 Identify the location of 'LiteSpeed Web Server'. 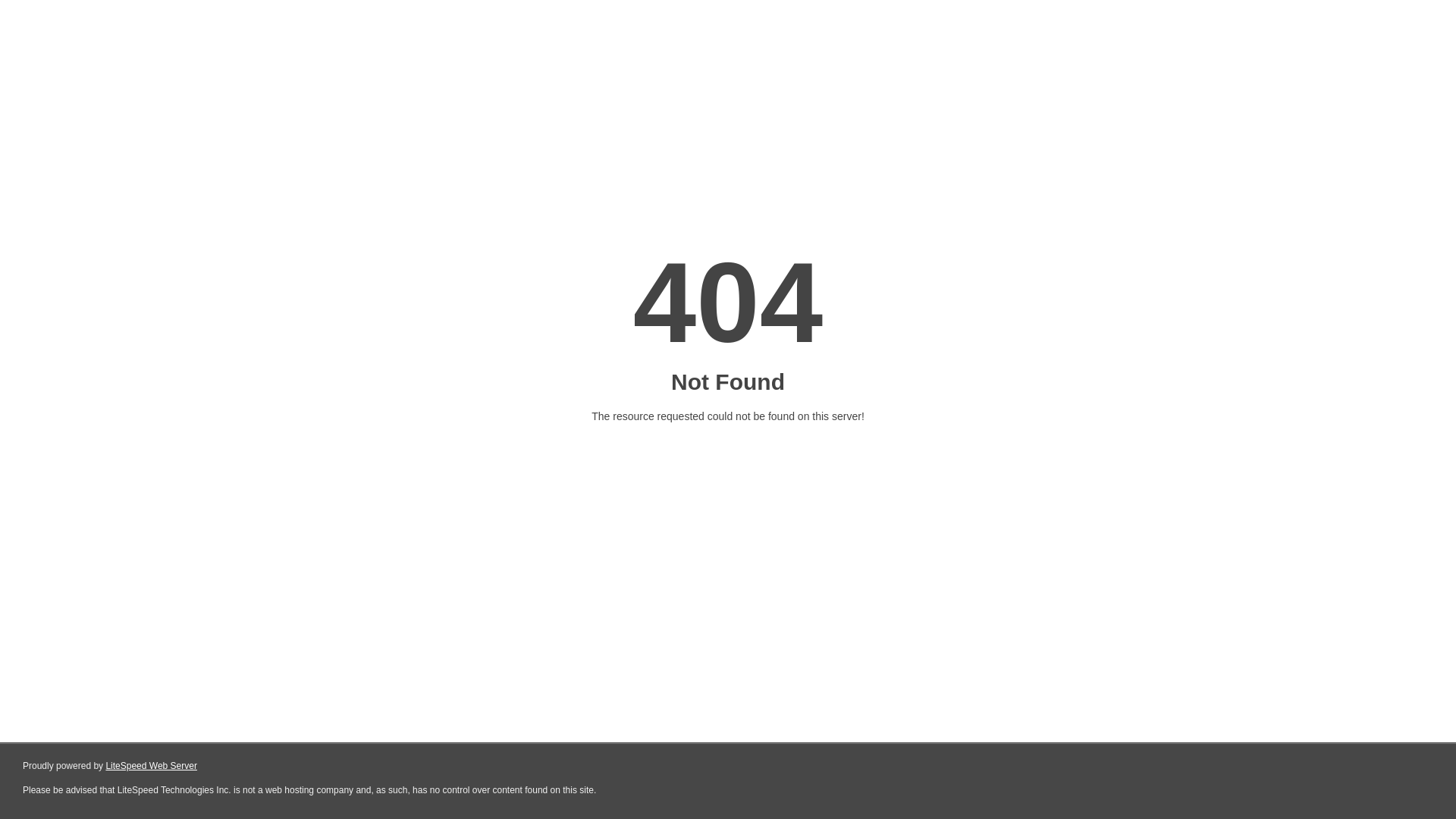
(151, 766).